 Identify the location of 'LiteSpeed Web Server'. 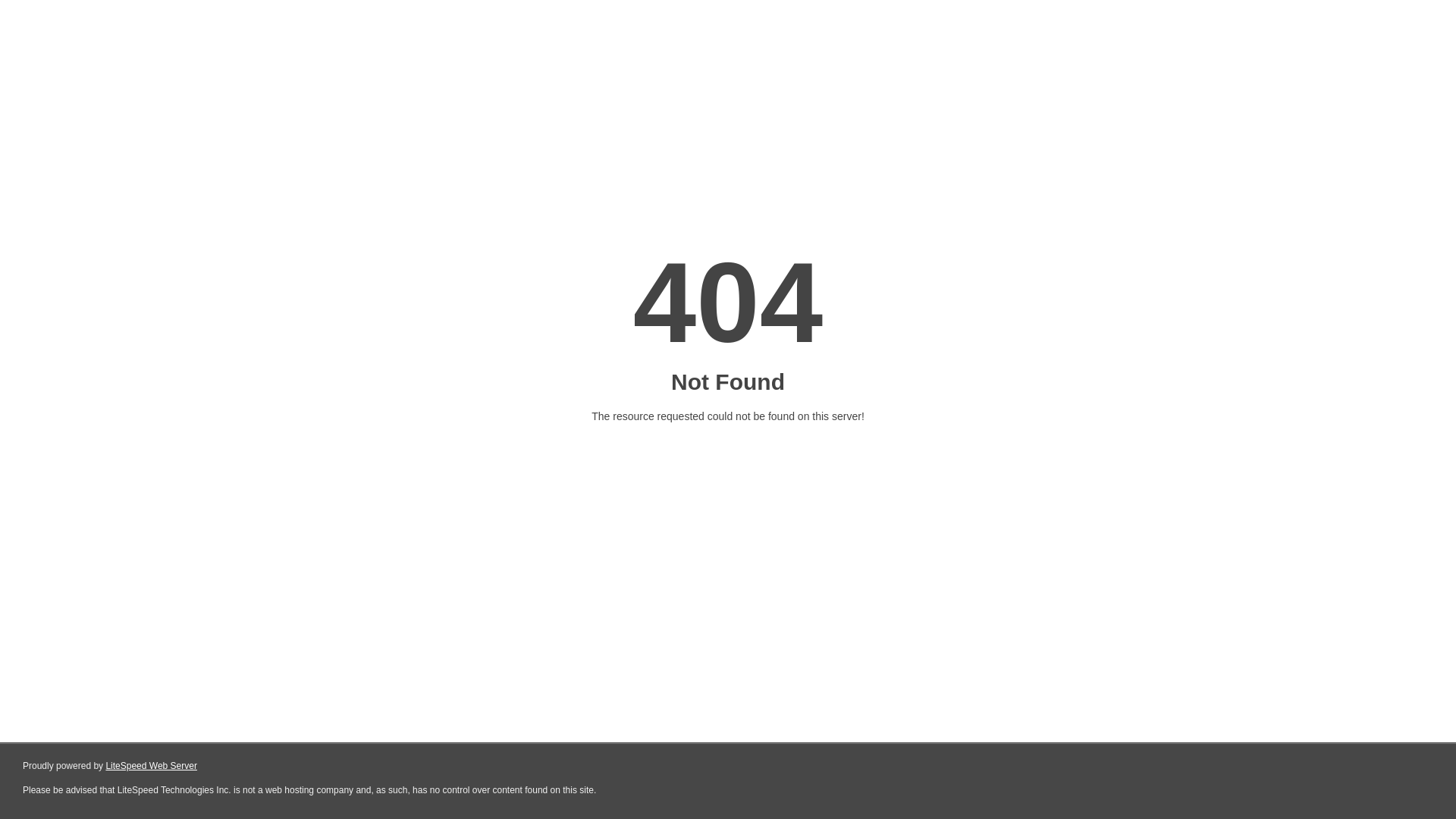
(151, 766).